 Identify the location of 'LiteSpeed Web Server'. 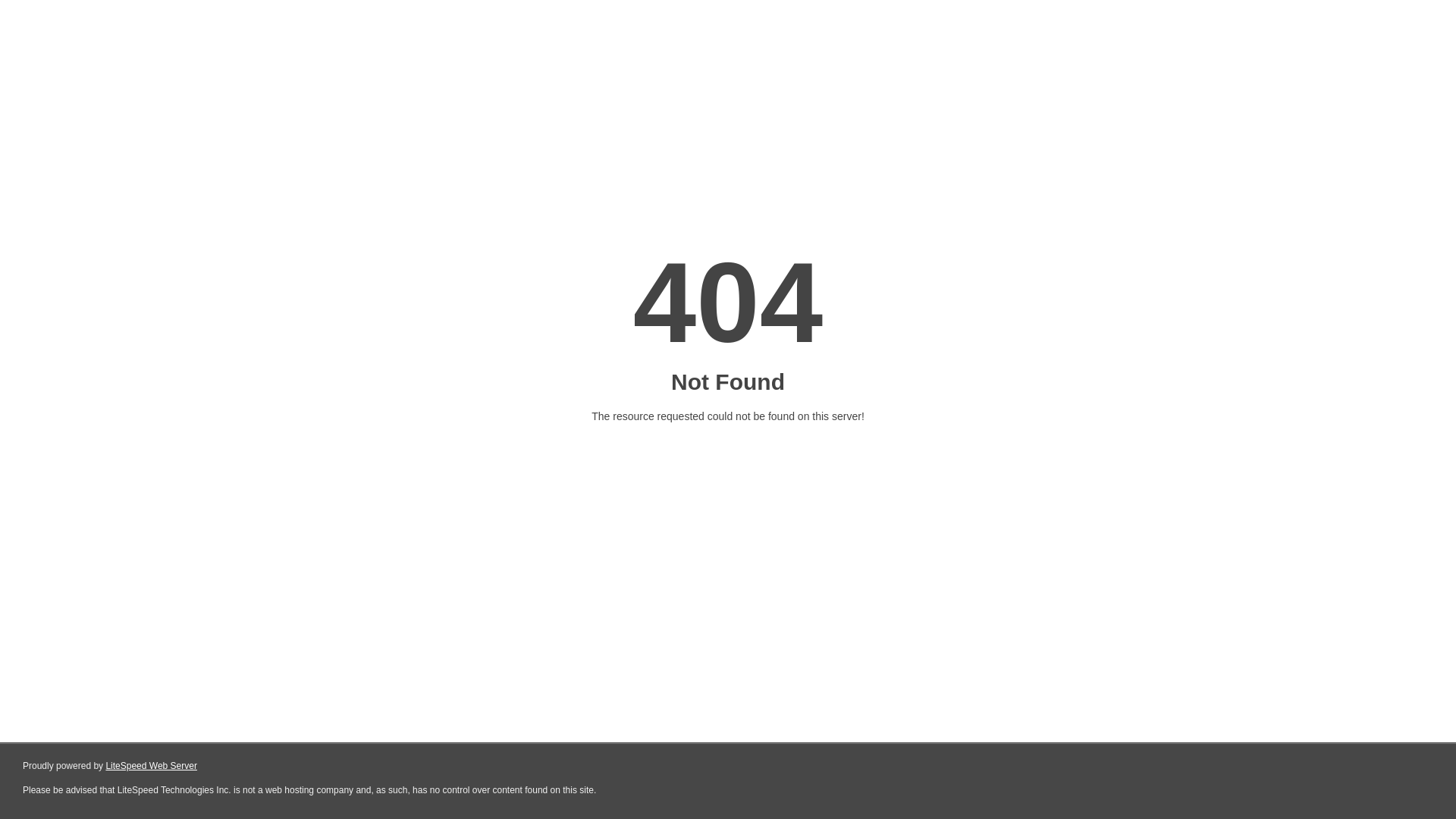
(151, 766).